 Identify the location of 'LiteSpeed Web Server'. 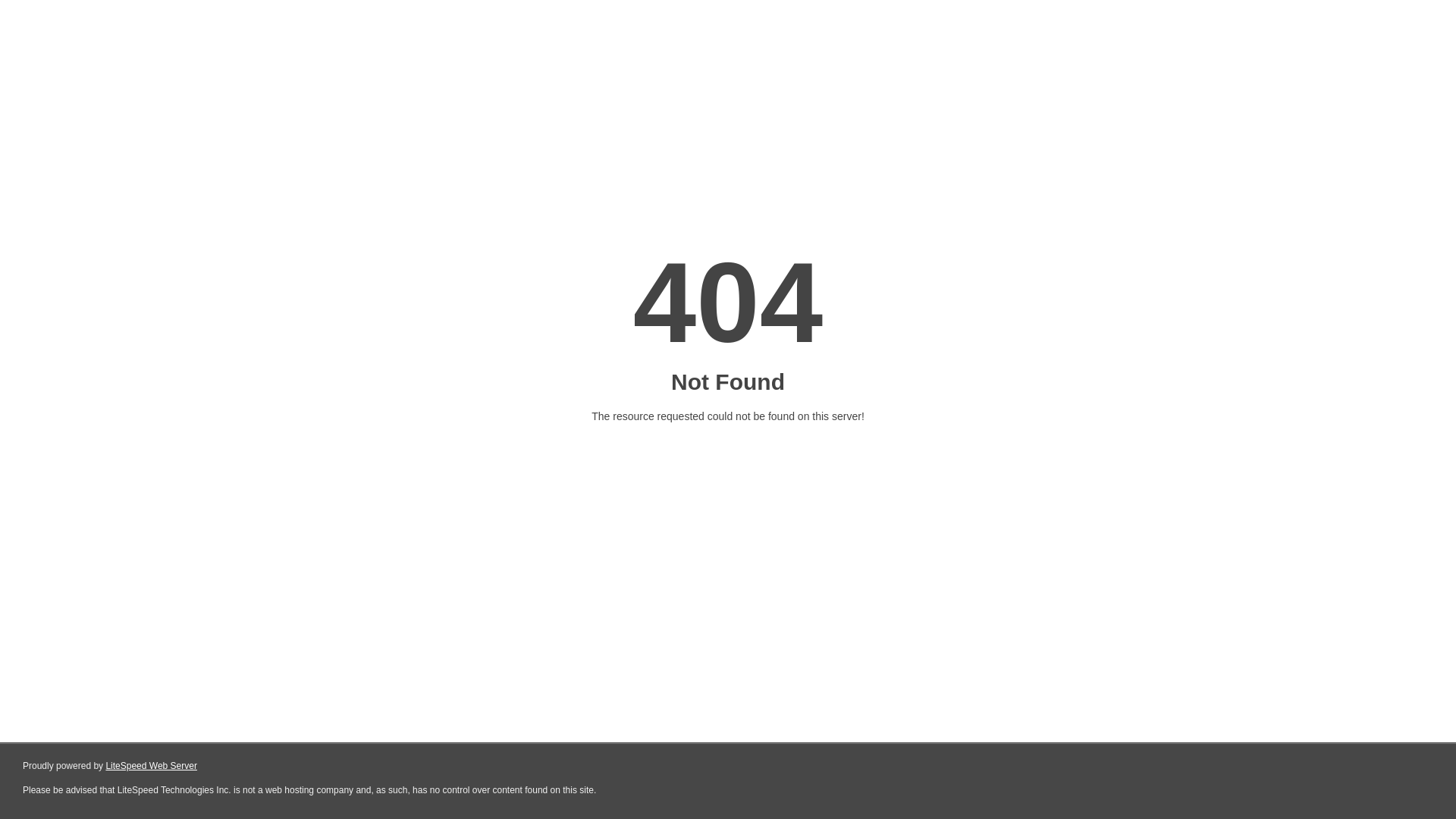
(151, 766).